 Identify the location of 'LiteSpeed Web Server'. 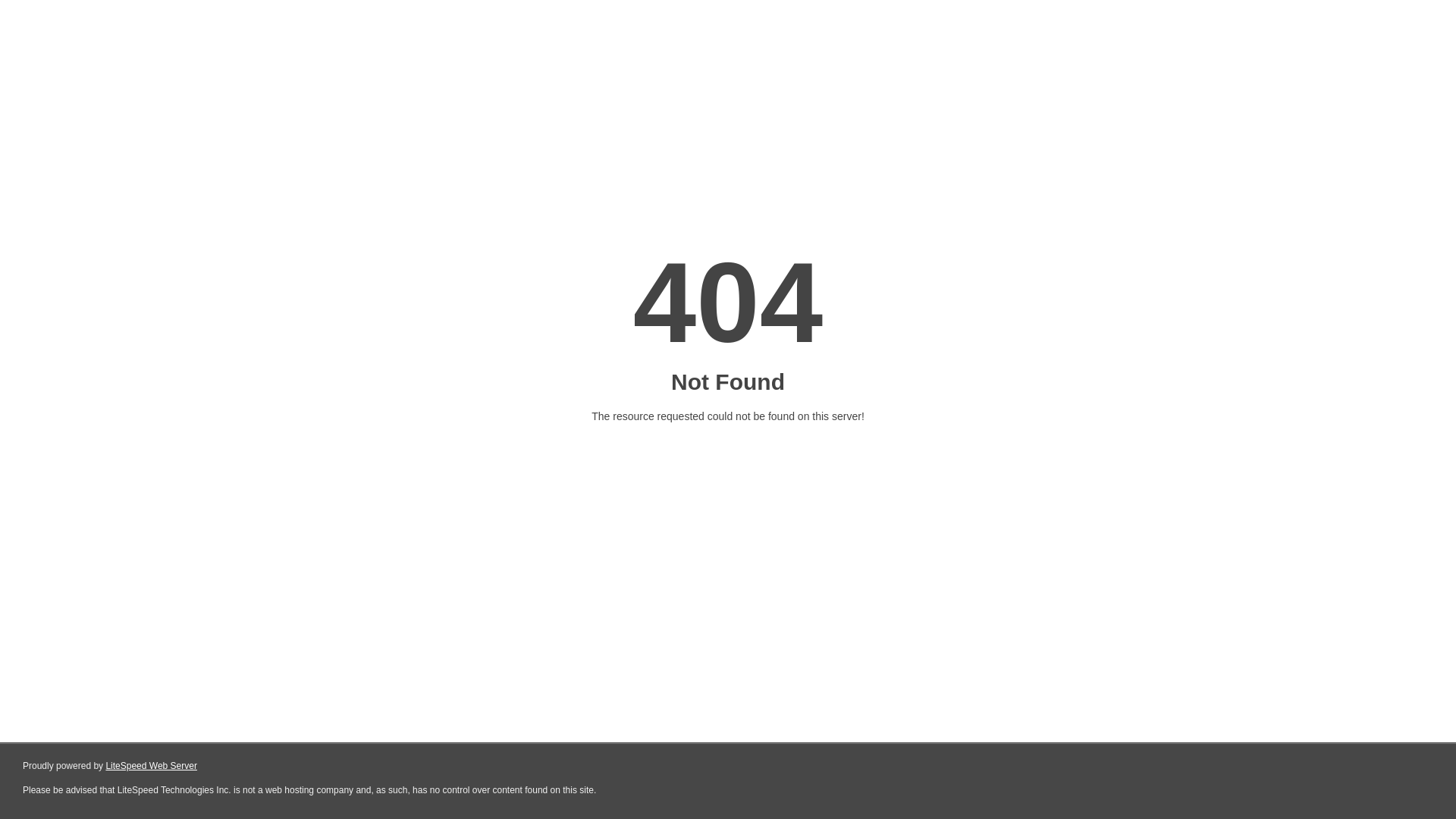
(151, 766).